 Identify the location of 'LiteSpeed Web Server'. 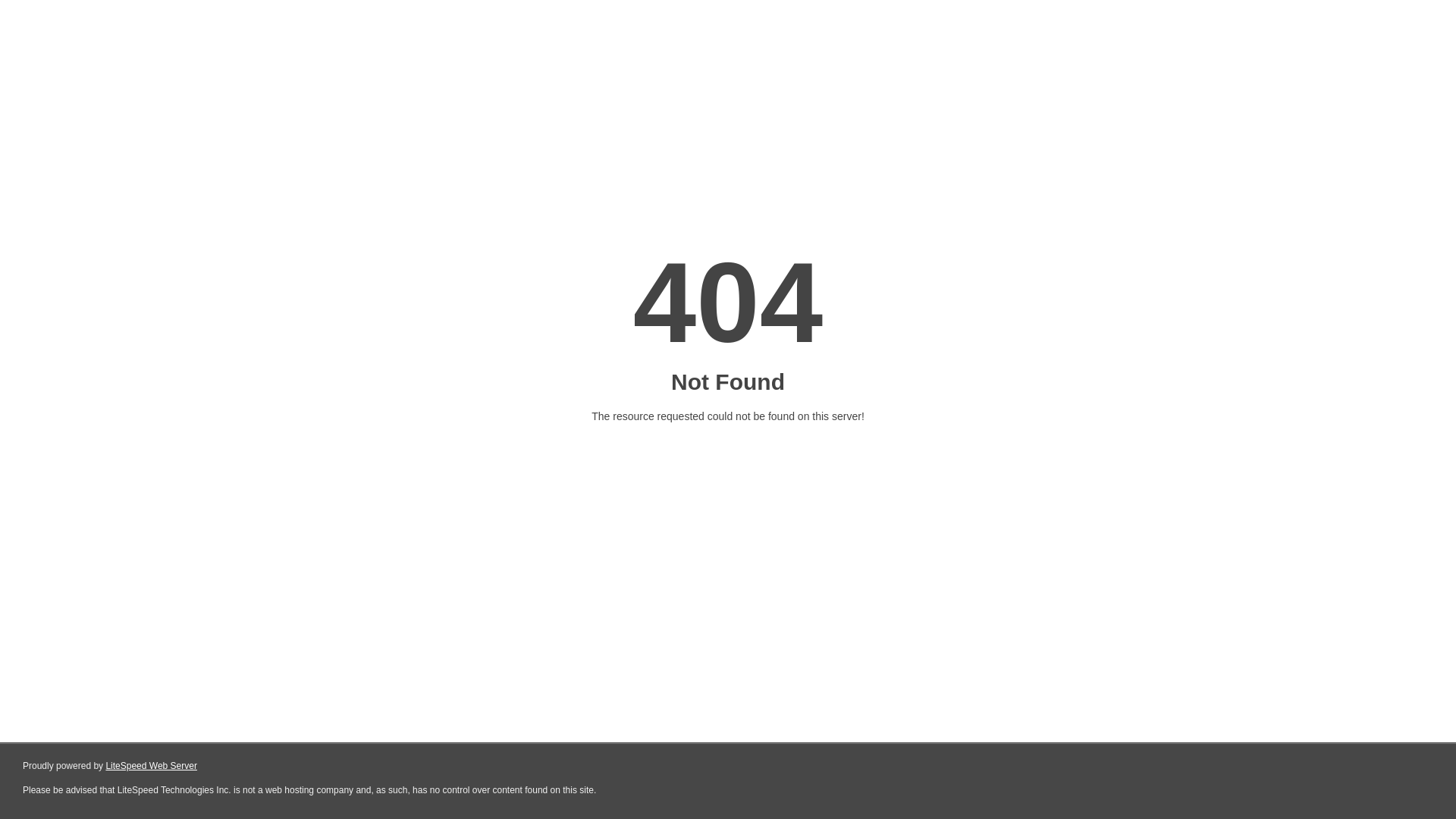
(151, 766).